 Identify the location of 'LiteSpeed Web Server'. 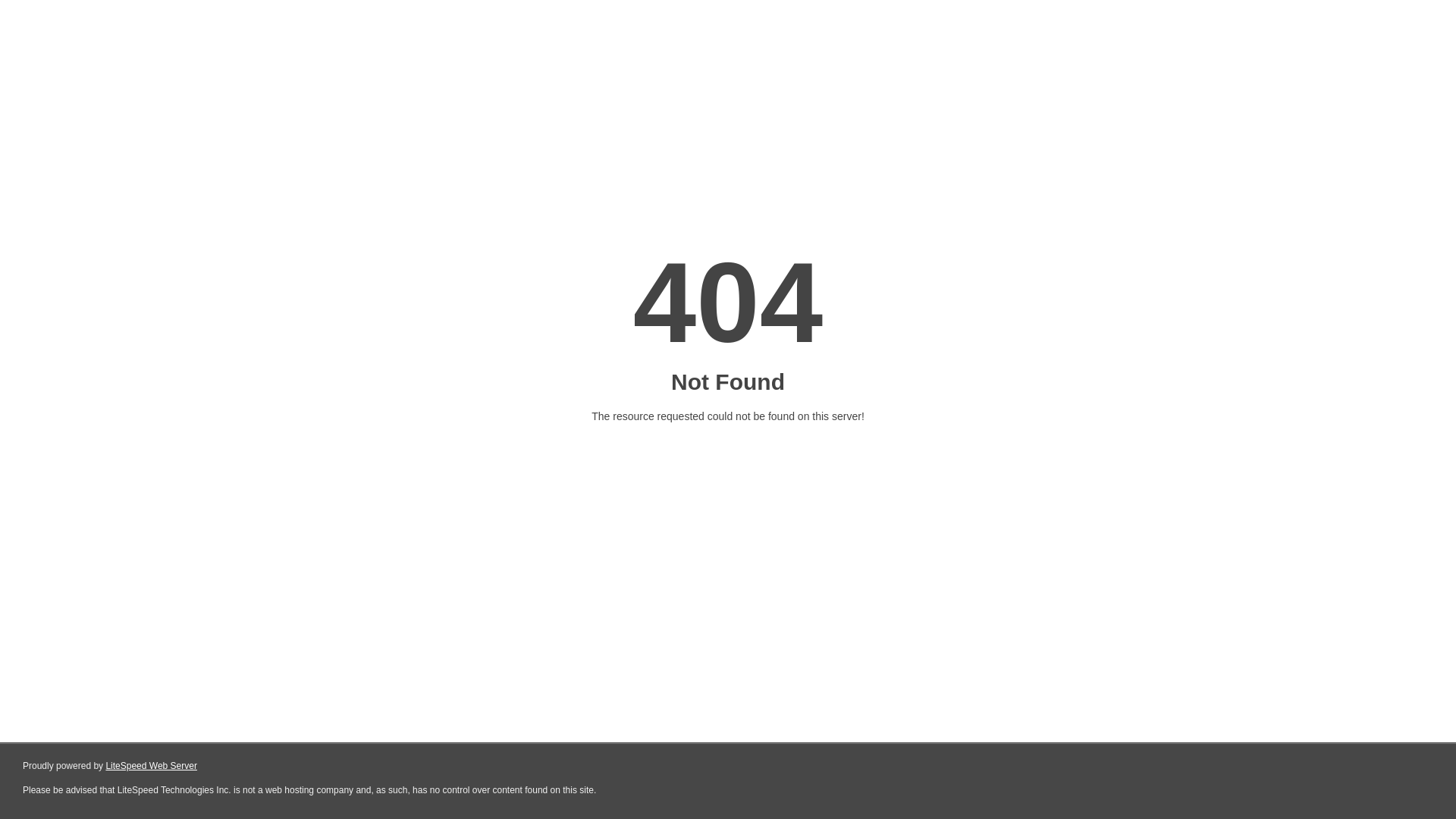
(151, 766).